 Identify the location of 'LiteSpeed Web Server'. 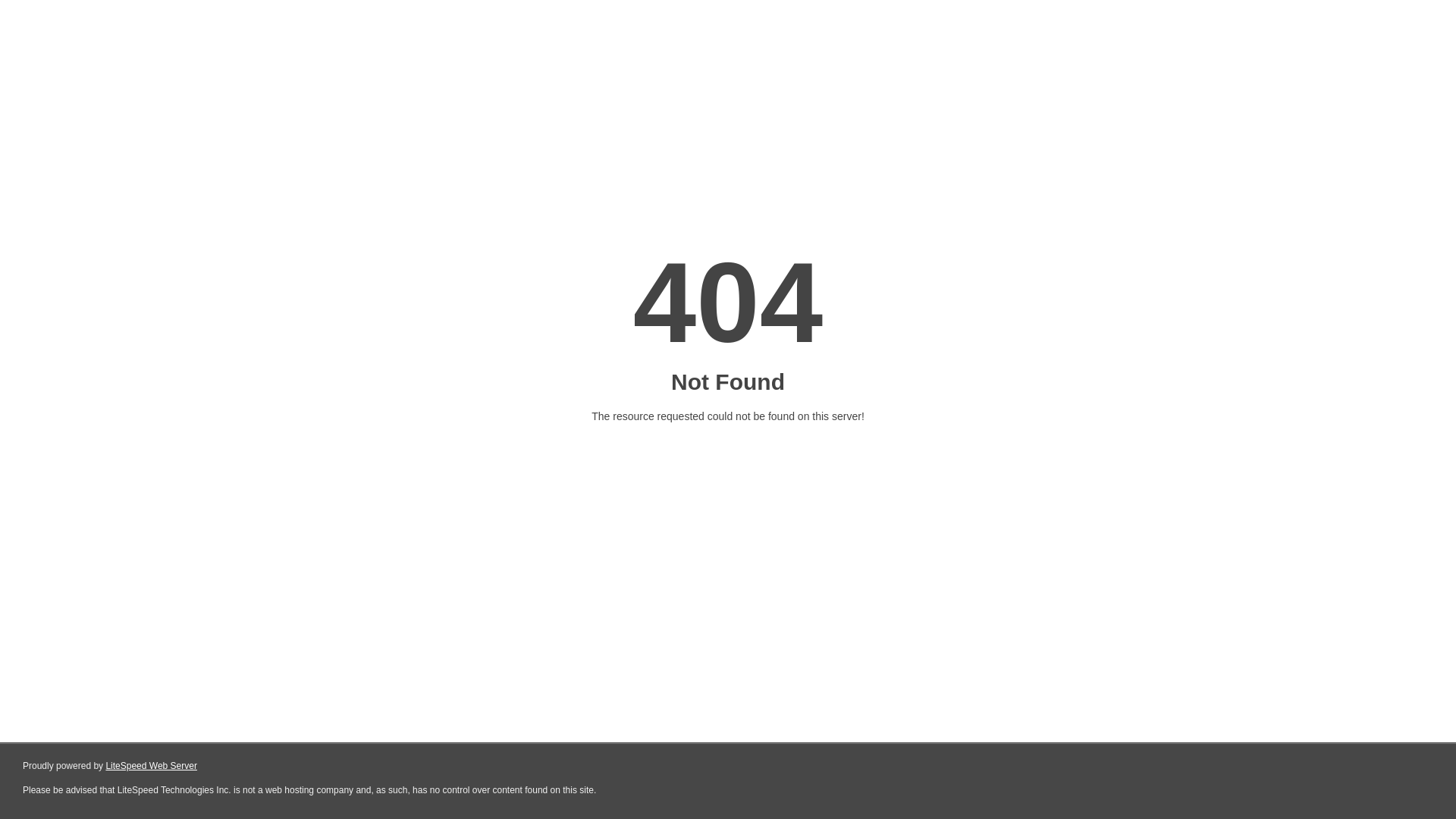
(151, 766).